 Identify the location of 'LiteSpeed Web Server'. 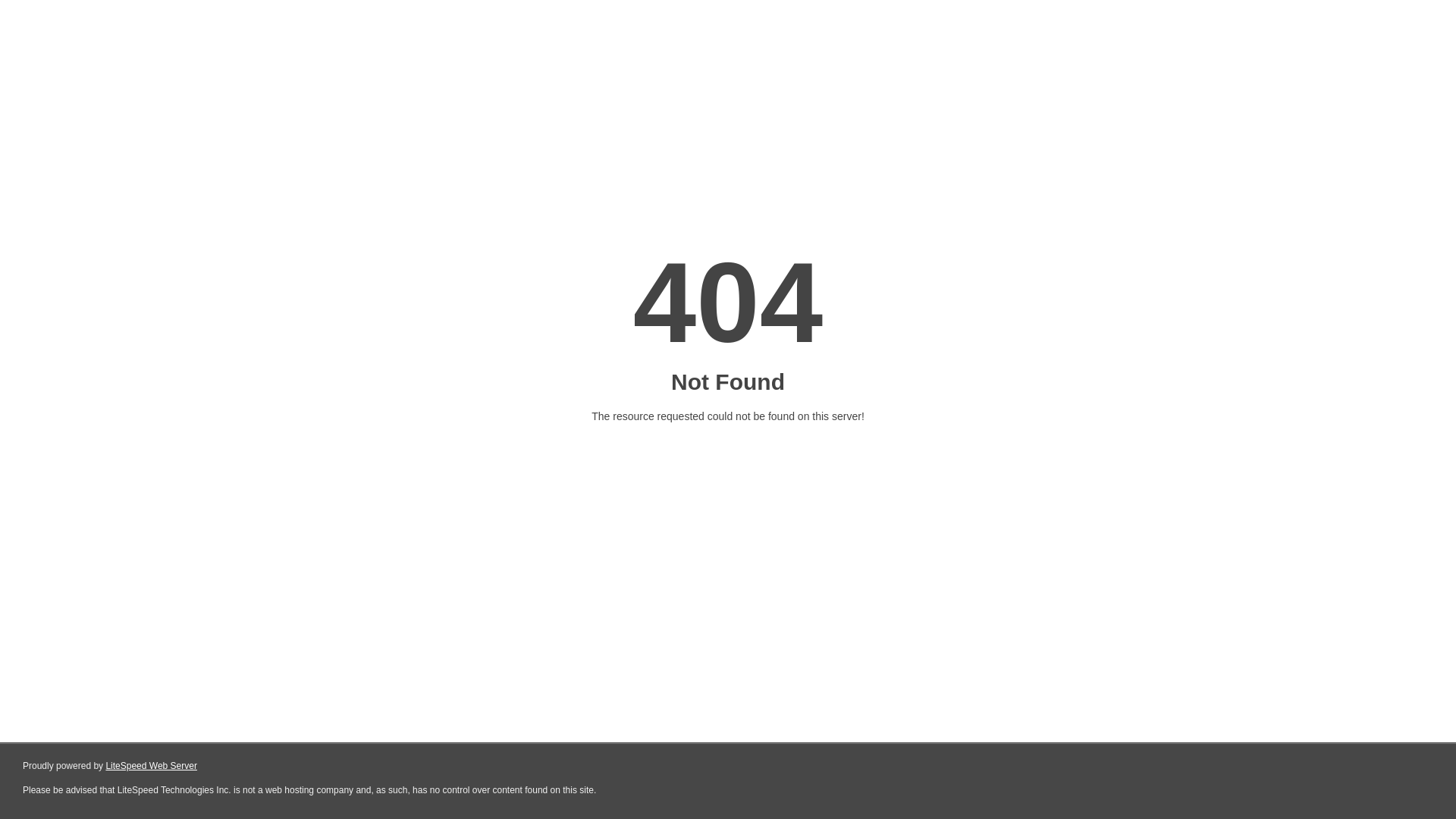
(151, 766).